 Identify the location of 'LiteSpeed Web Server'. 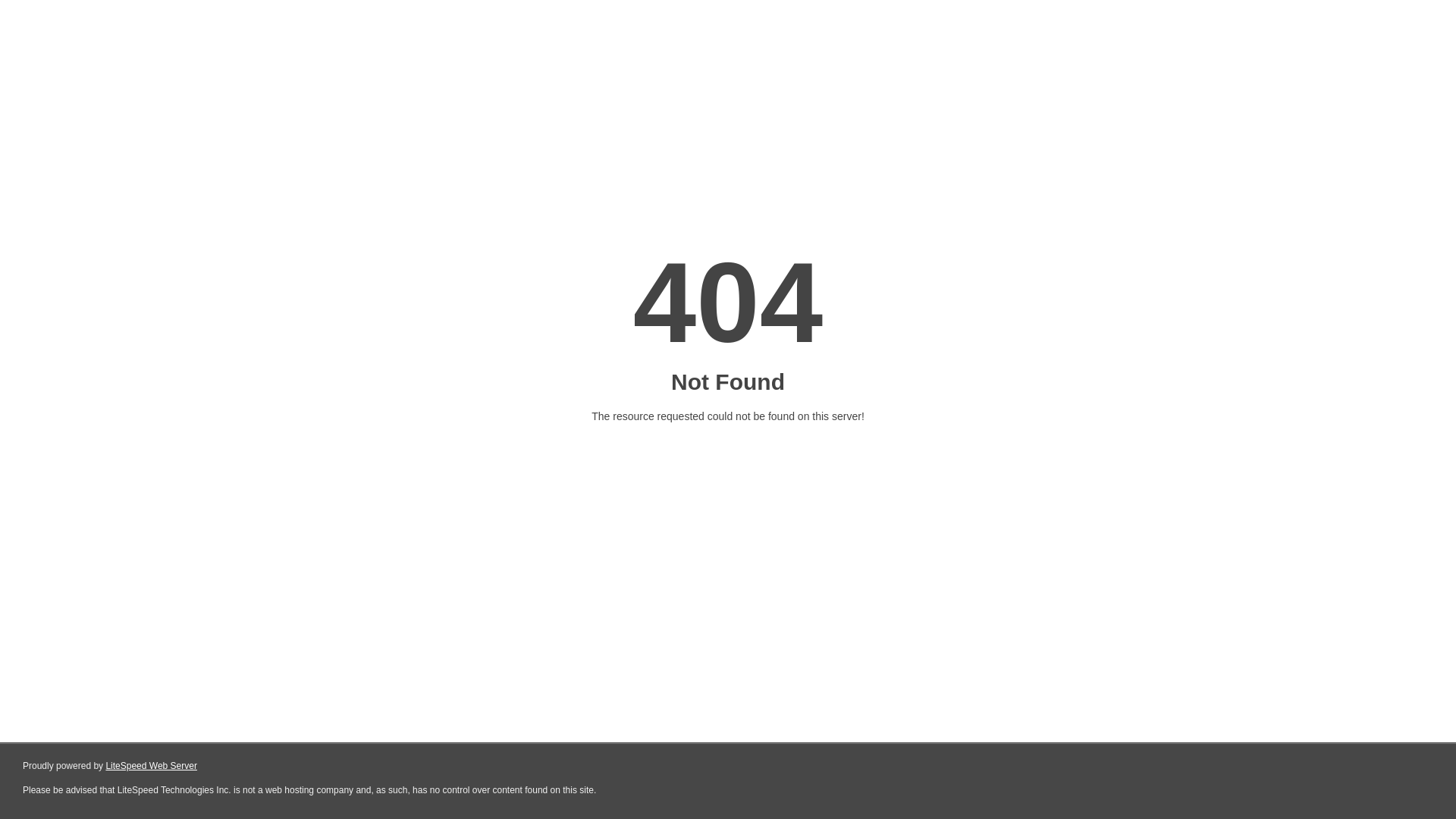
(151, 766).